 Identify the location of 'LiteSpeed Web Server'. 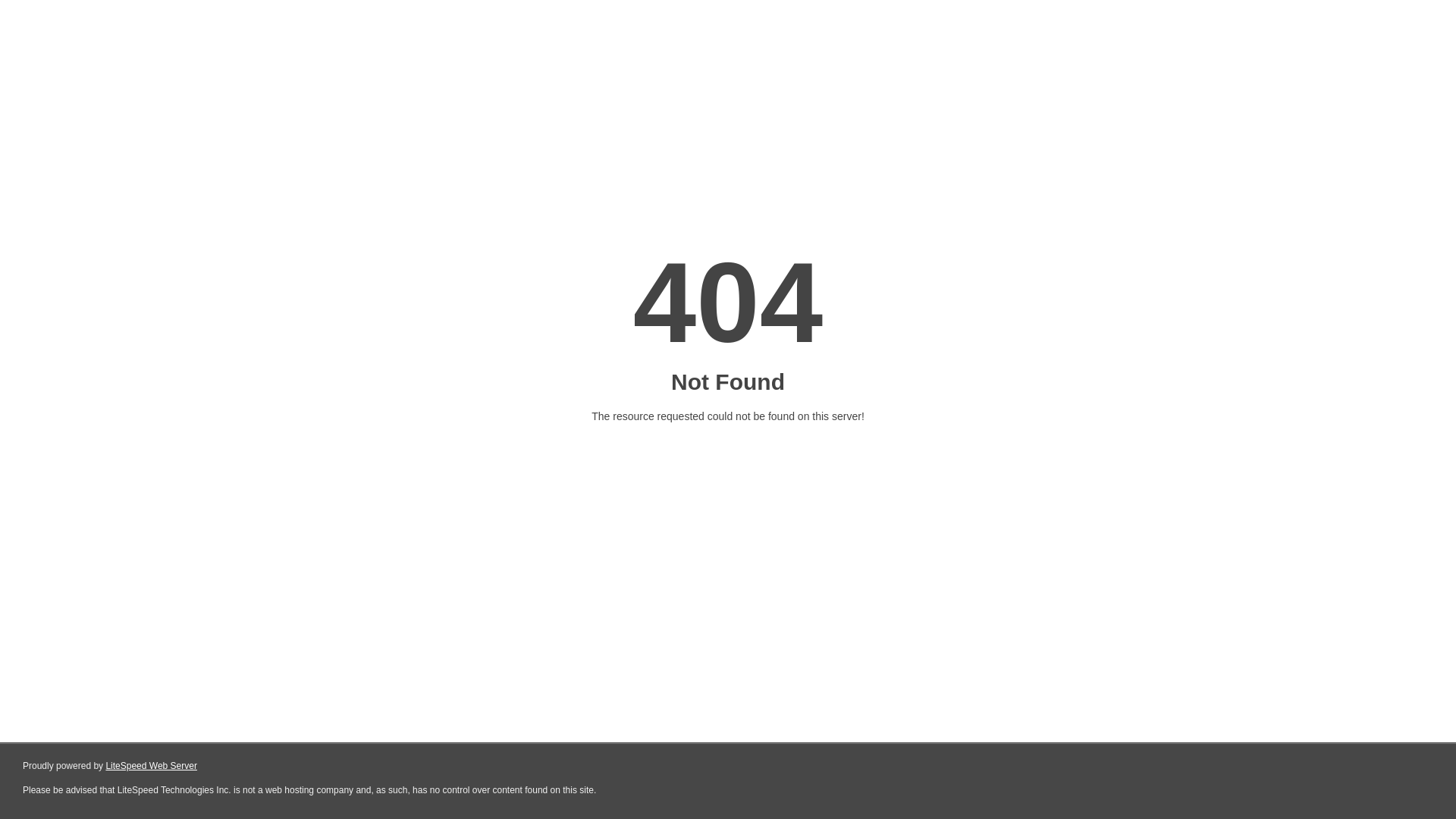
(151, 766).